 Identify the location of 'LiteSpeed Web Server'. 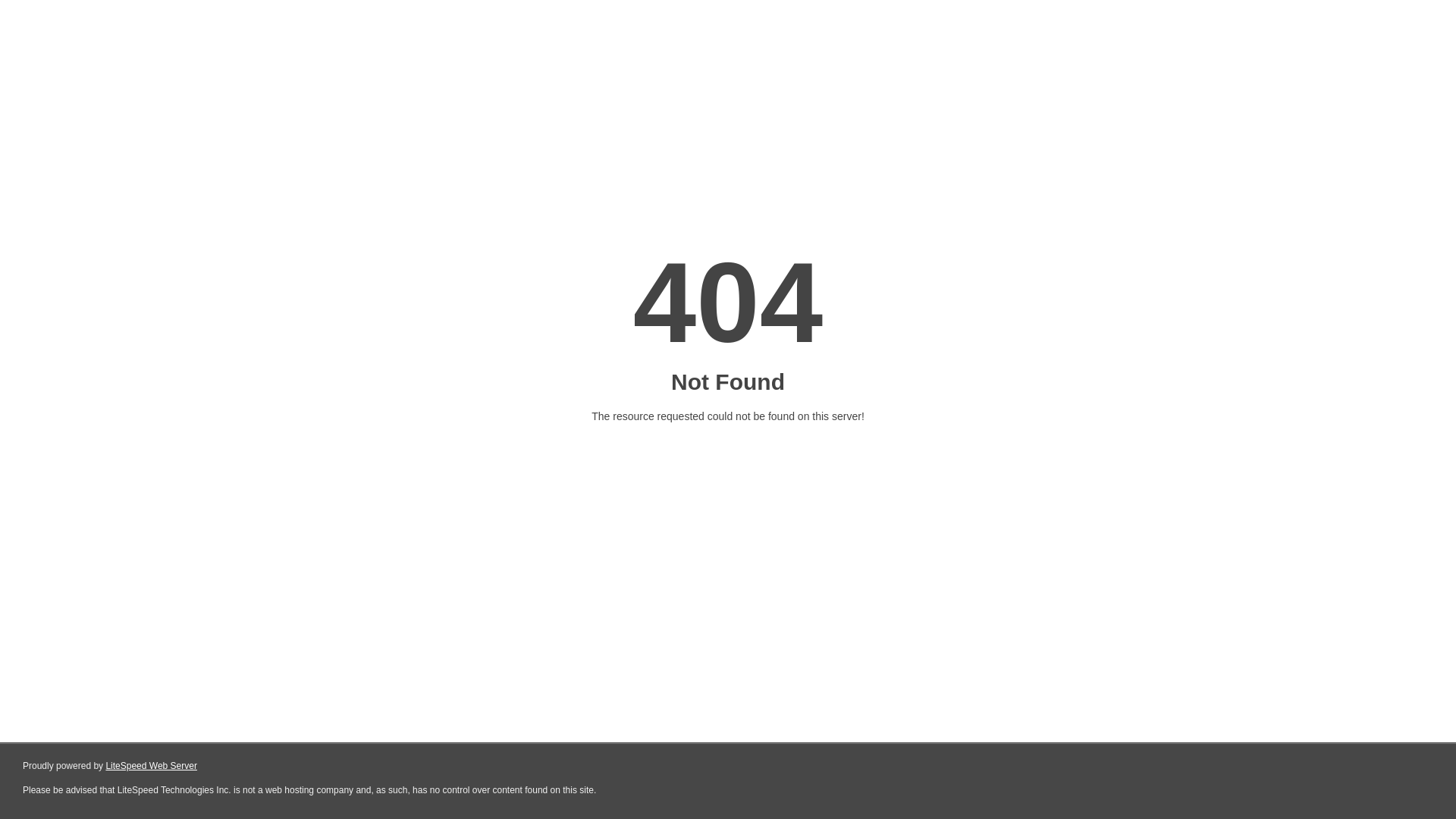
(151, 766).